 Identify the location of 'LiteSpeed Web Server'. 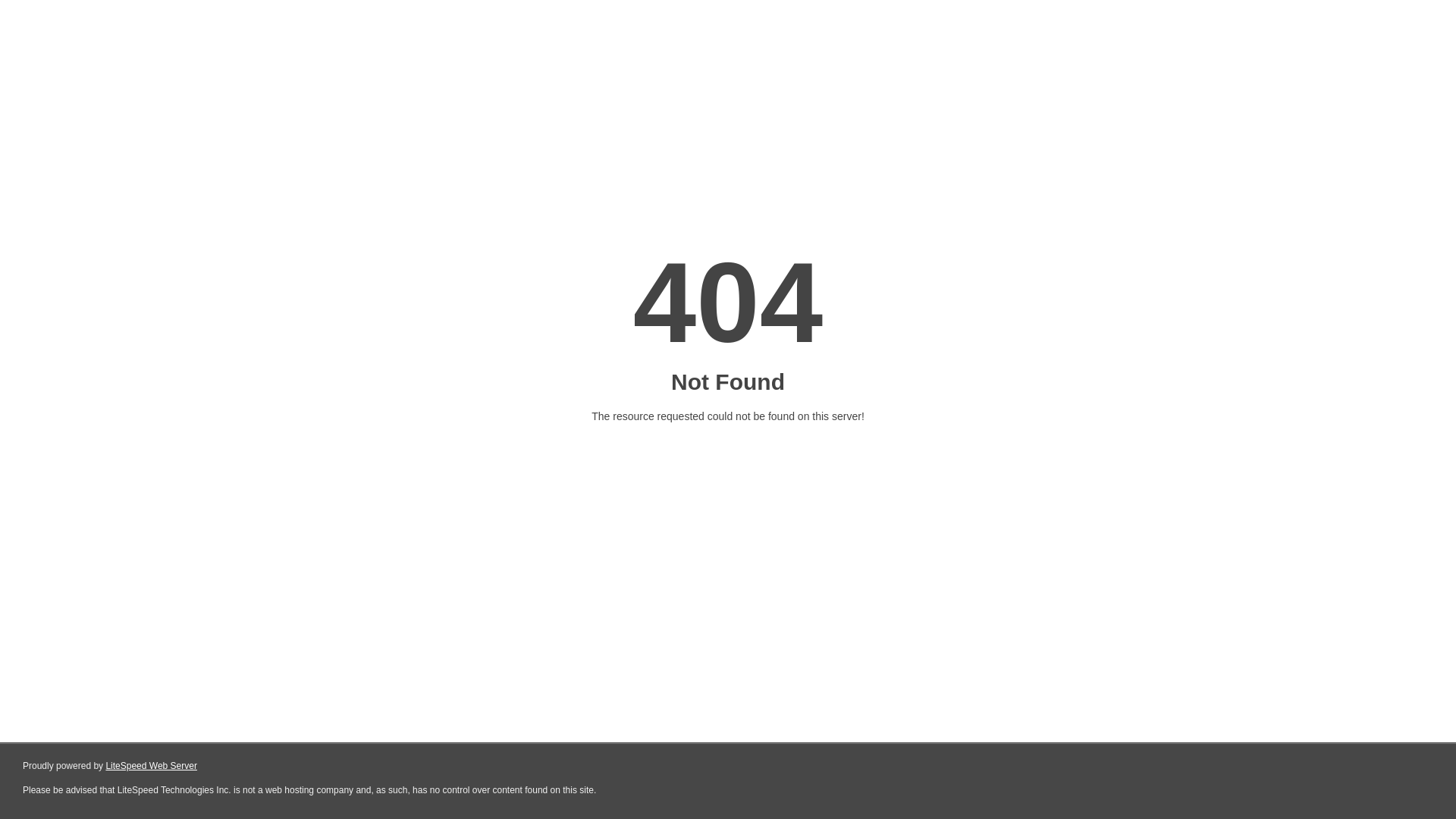
(151, 766).